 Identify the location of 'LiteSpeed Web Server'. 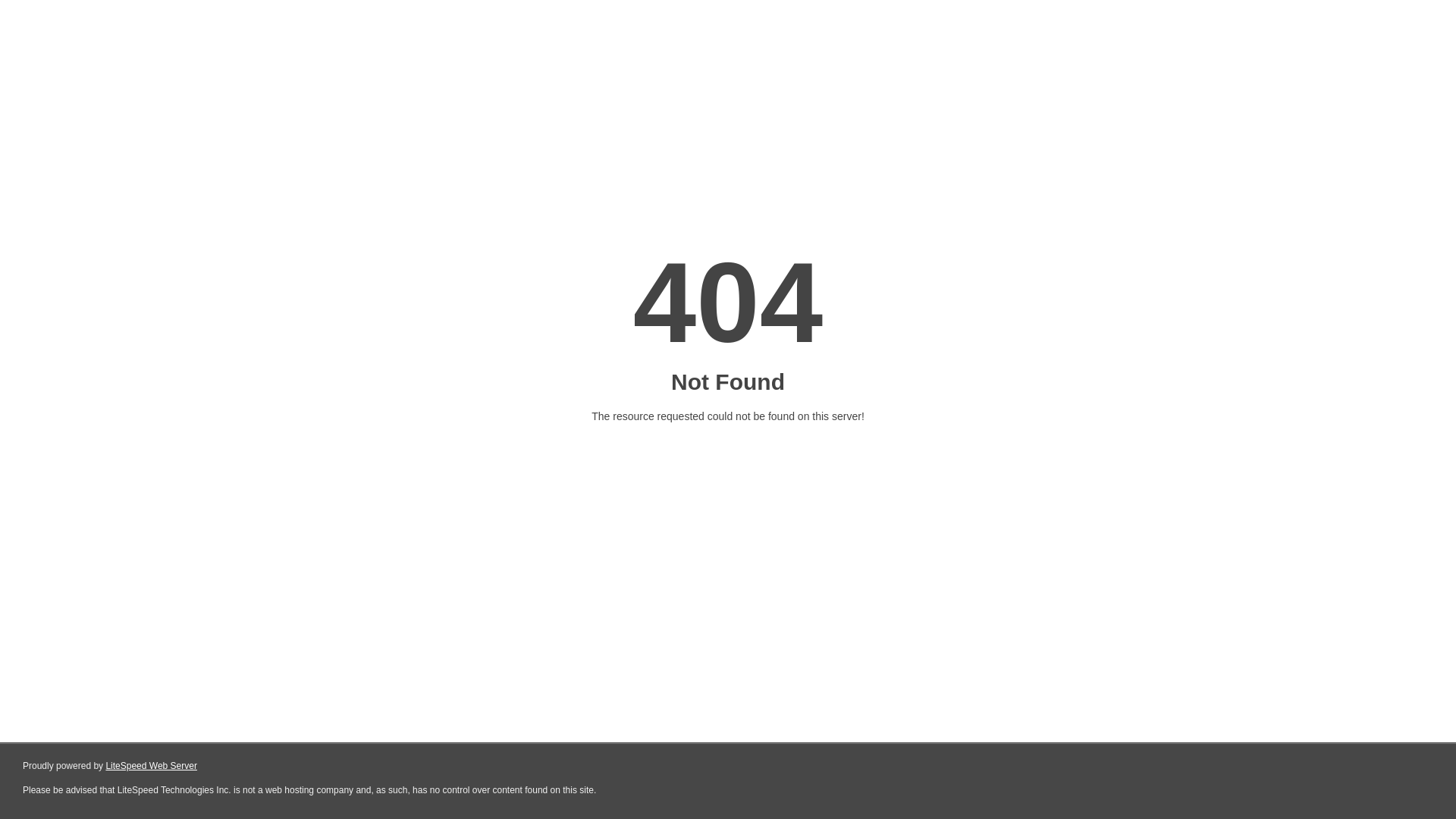
(151, 766).